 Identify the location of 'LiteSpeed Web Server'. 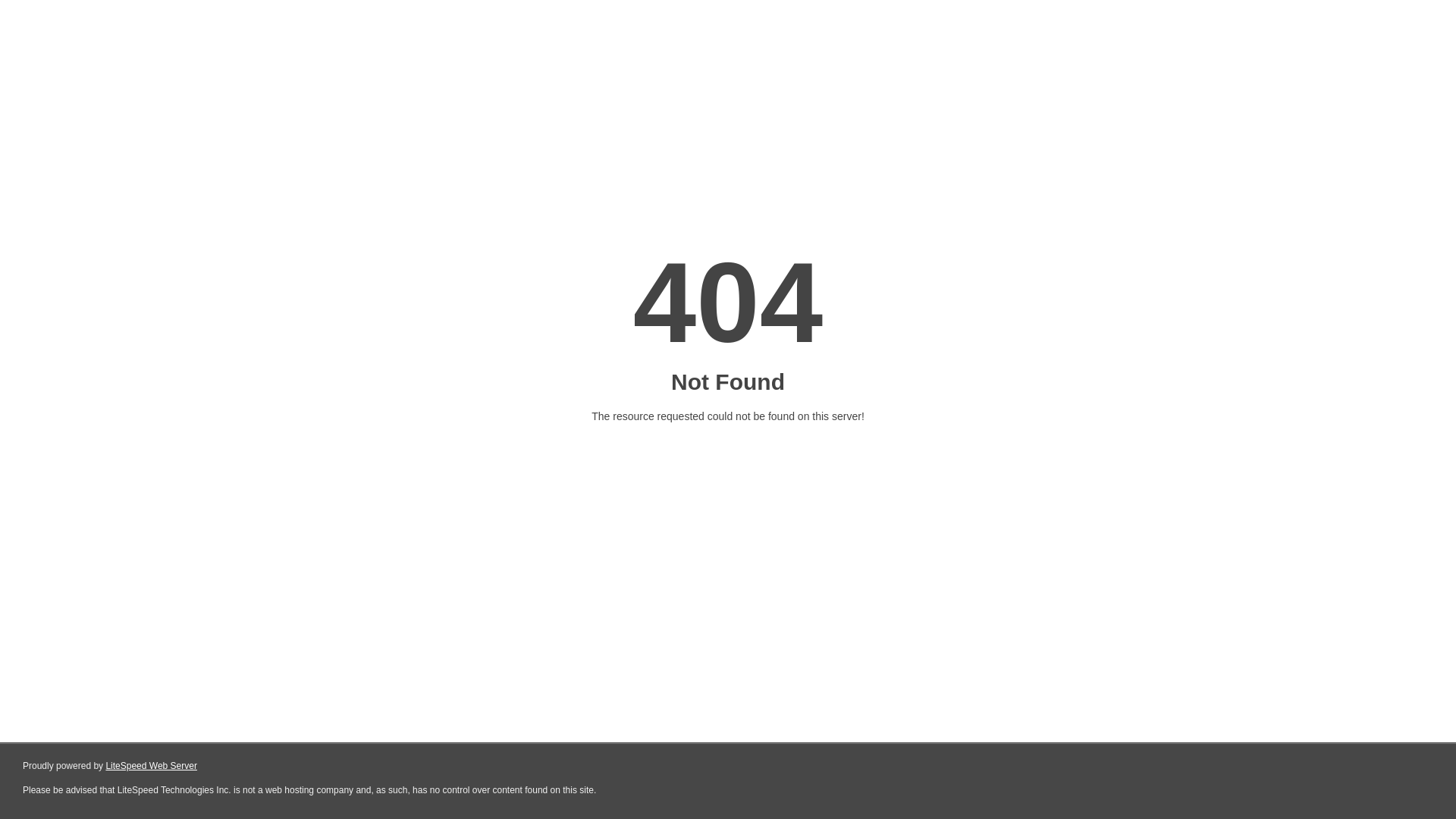
(151, 766).